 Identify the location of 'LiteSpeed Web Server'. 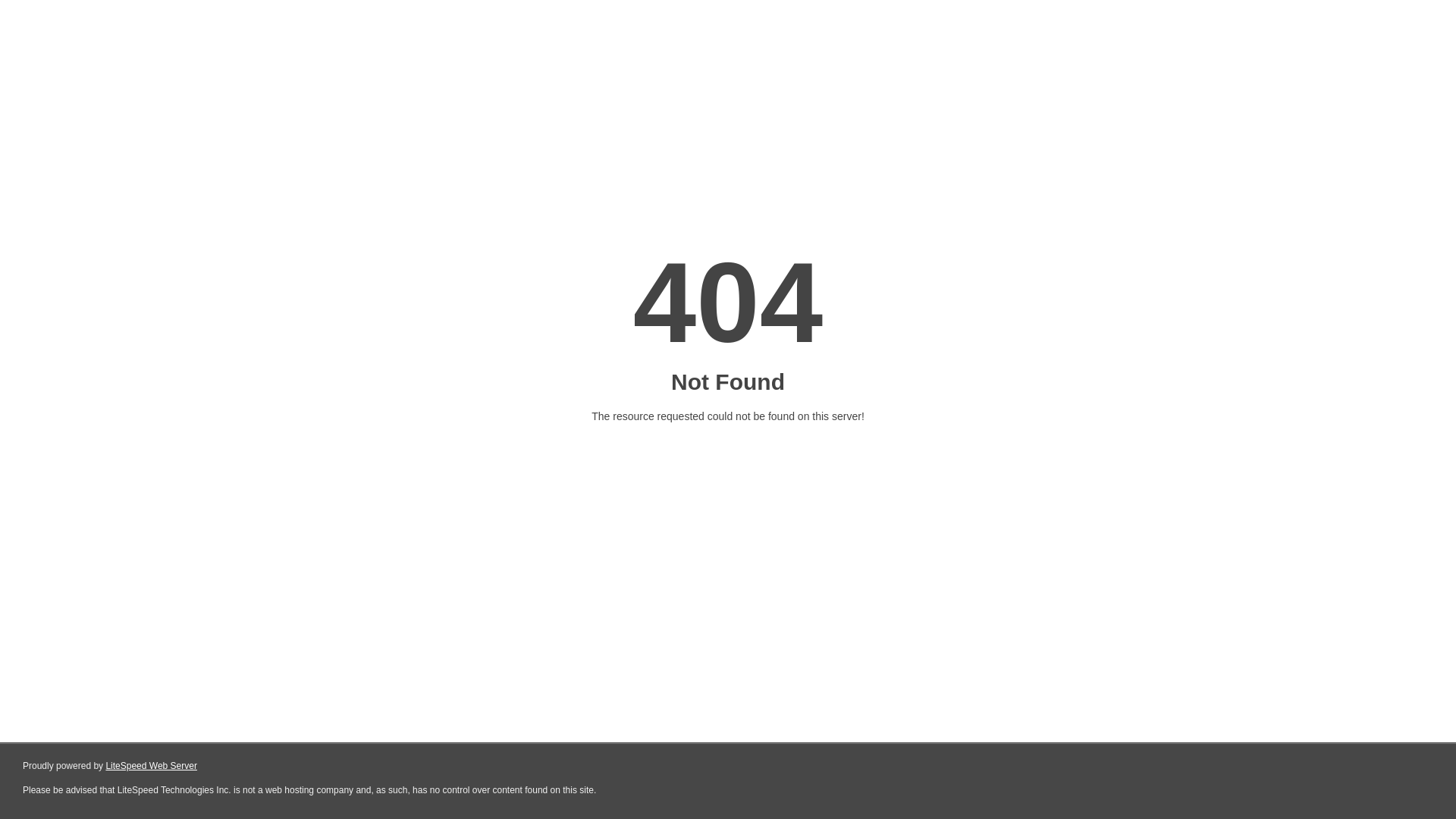
(151, 766).